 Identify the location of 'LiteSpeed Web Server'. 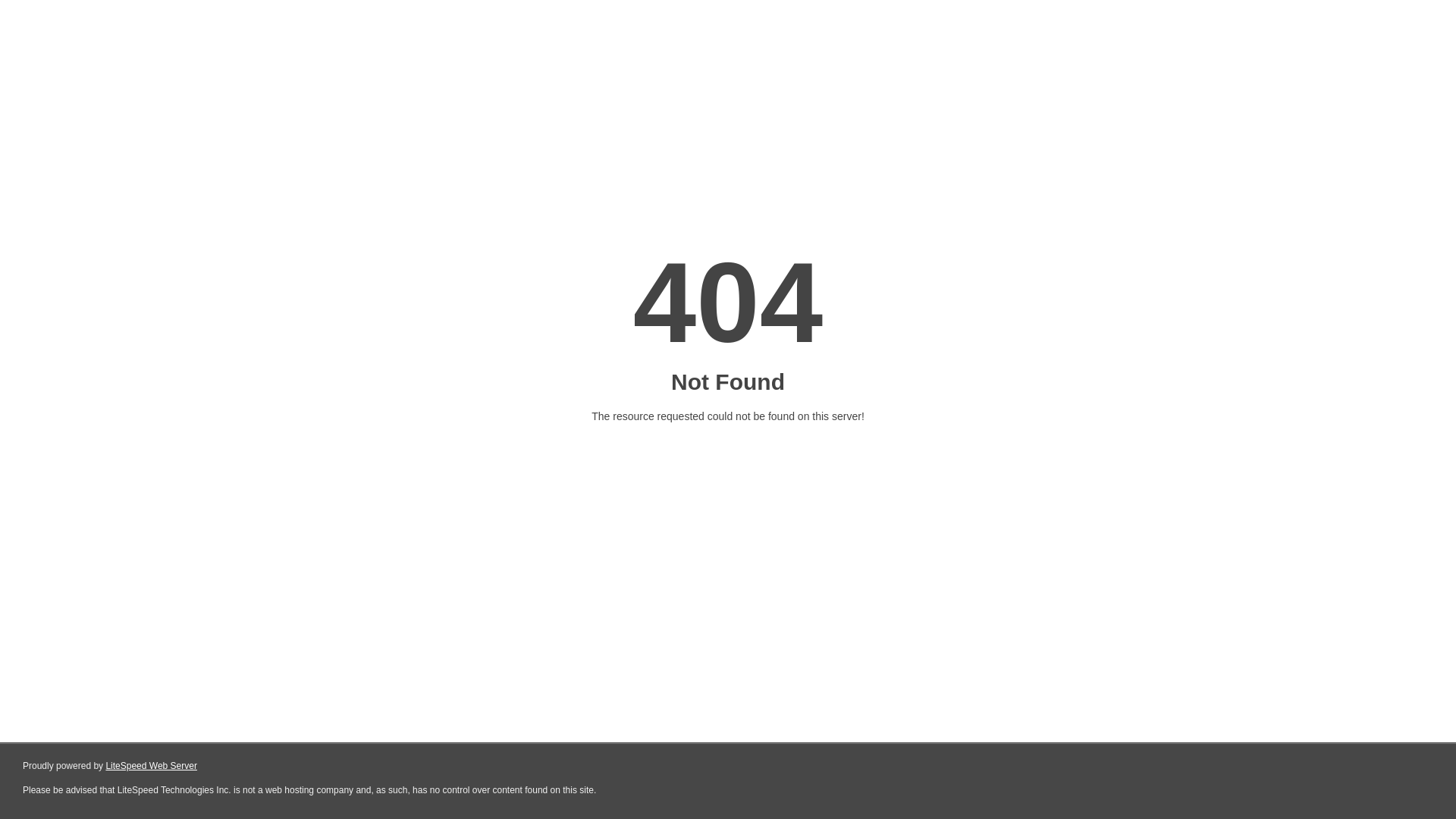
(151, 766).